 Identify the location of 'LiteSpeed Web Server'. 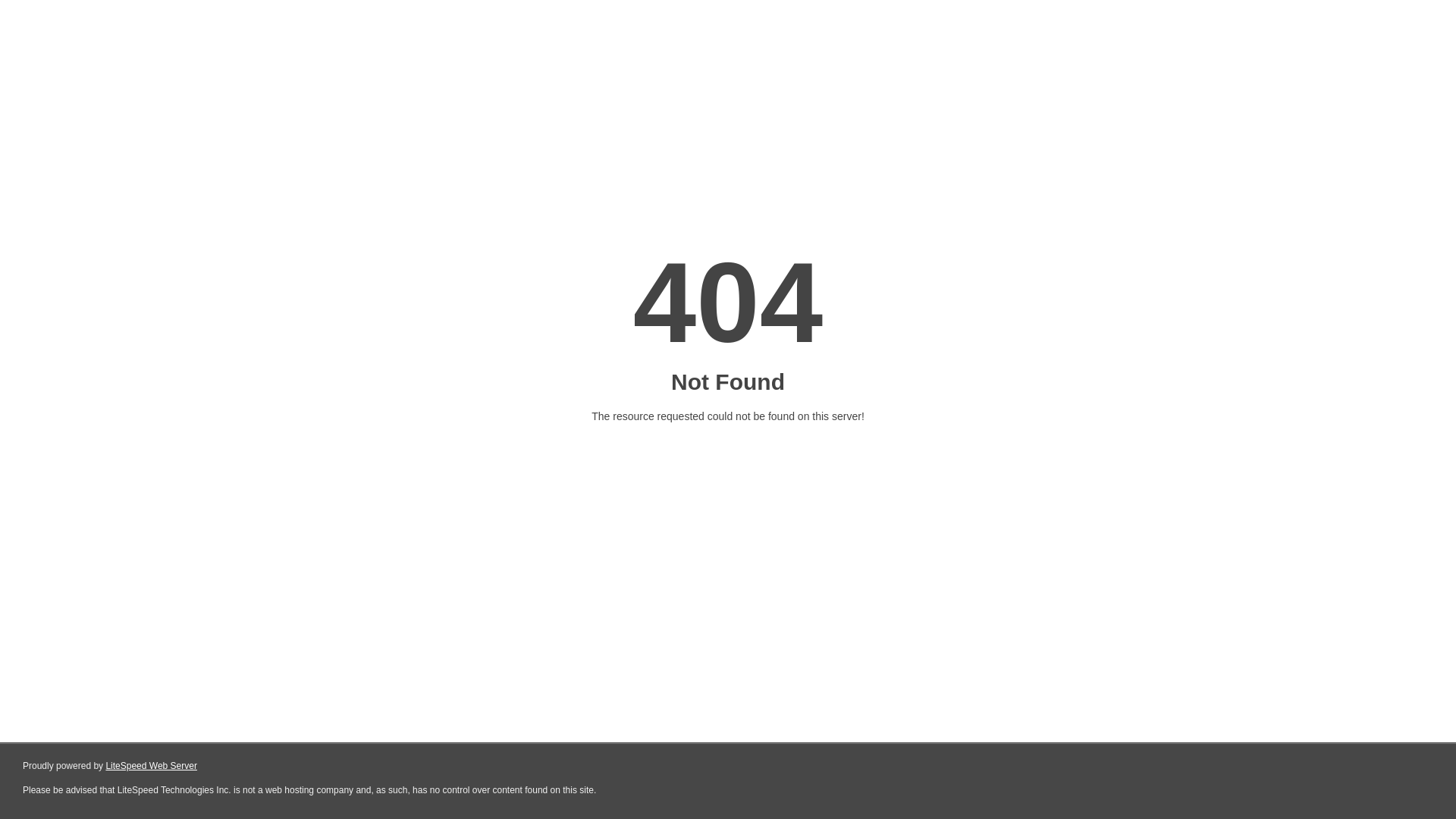
(151, 766).